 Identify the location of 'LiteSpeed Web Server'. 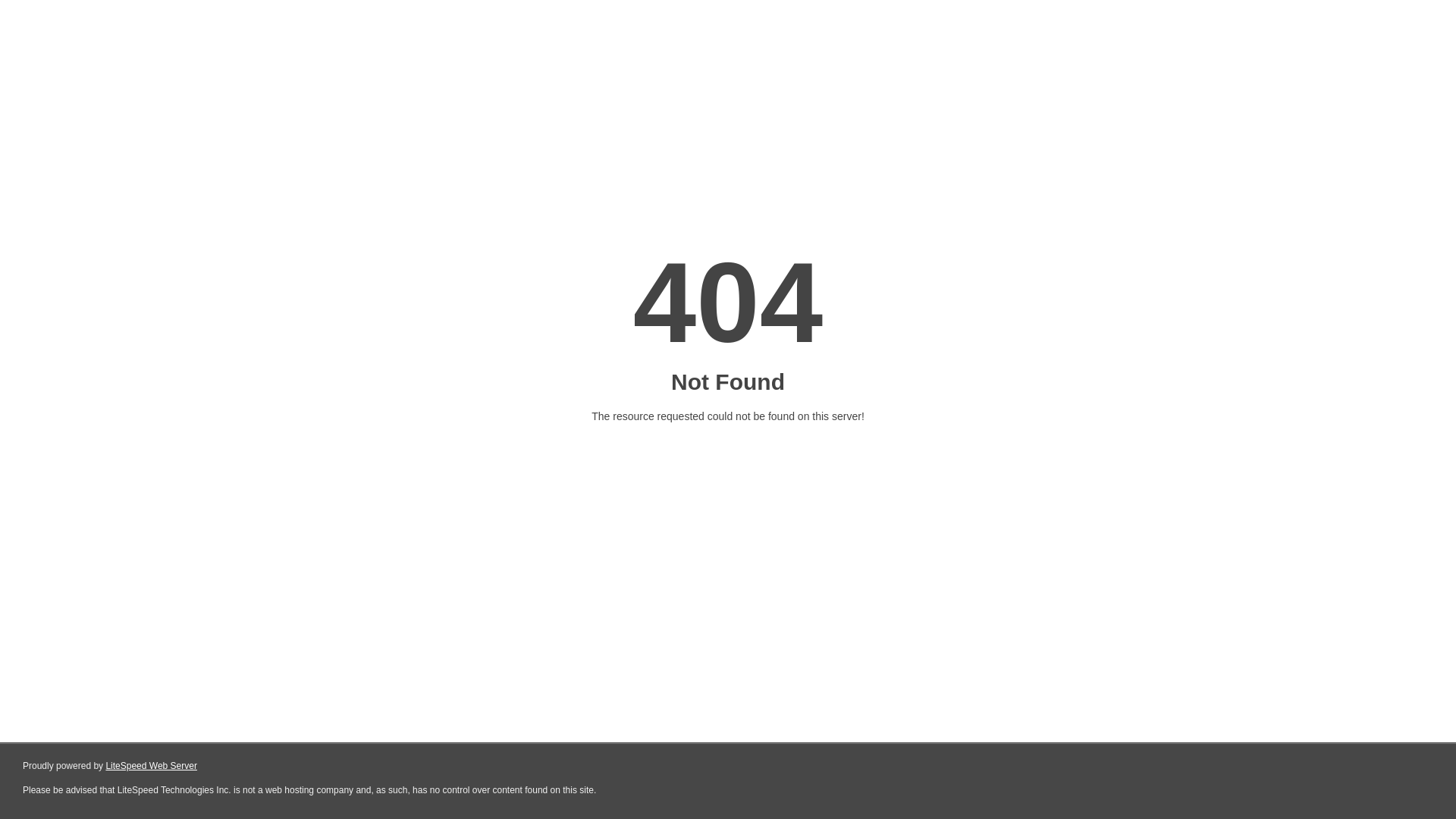
(151, 766).